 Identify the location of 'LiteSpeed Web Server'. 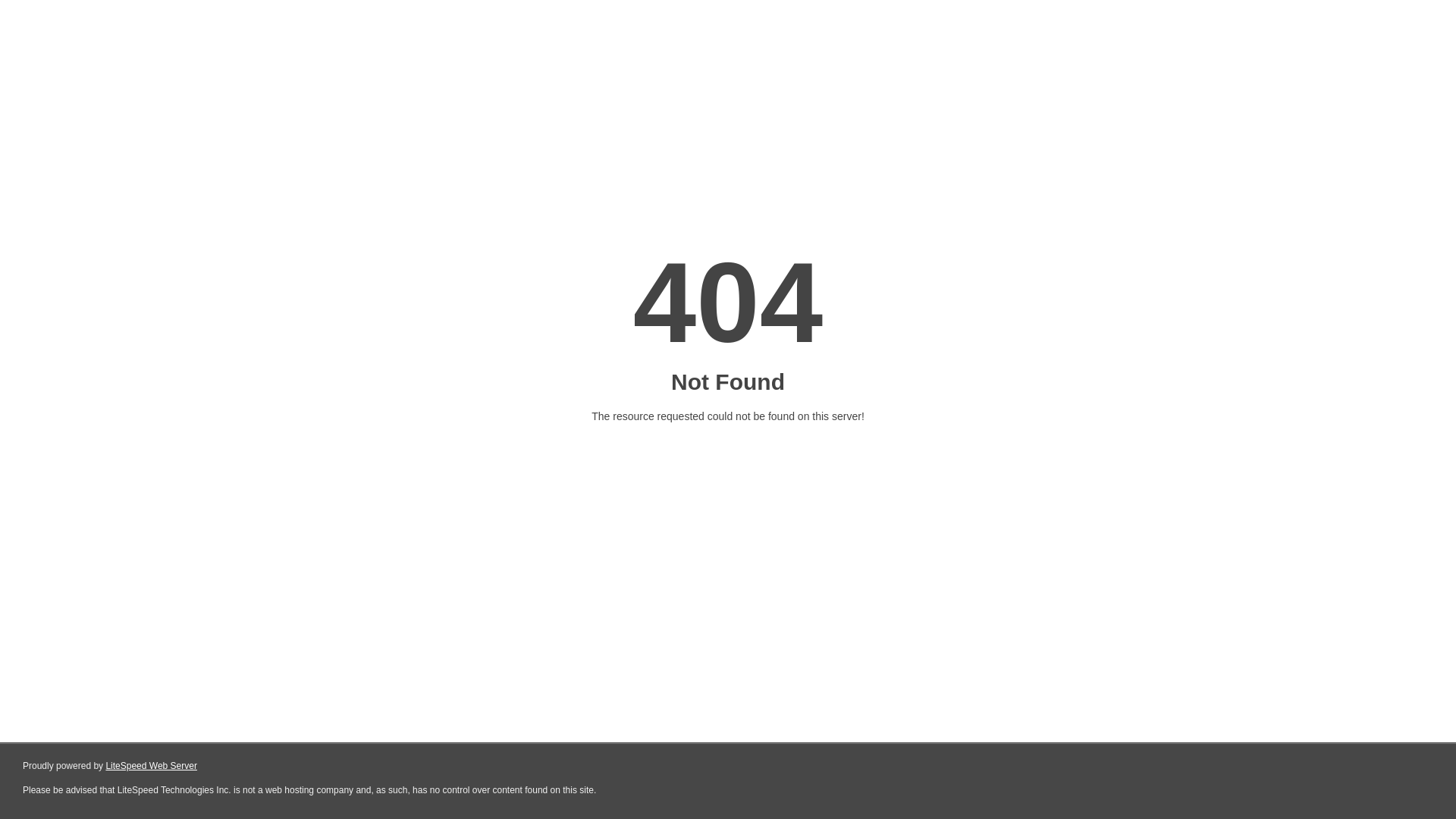
(151, 766).